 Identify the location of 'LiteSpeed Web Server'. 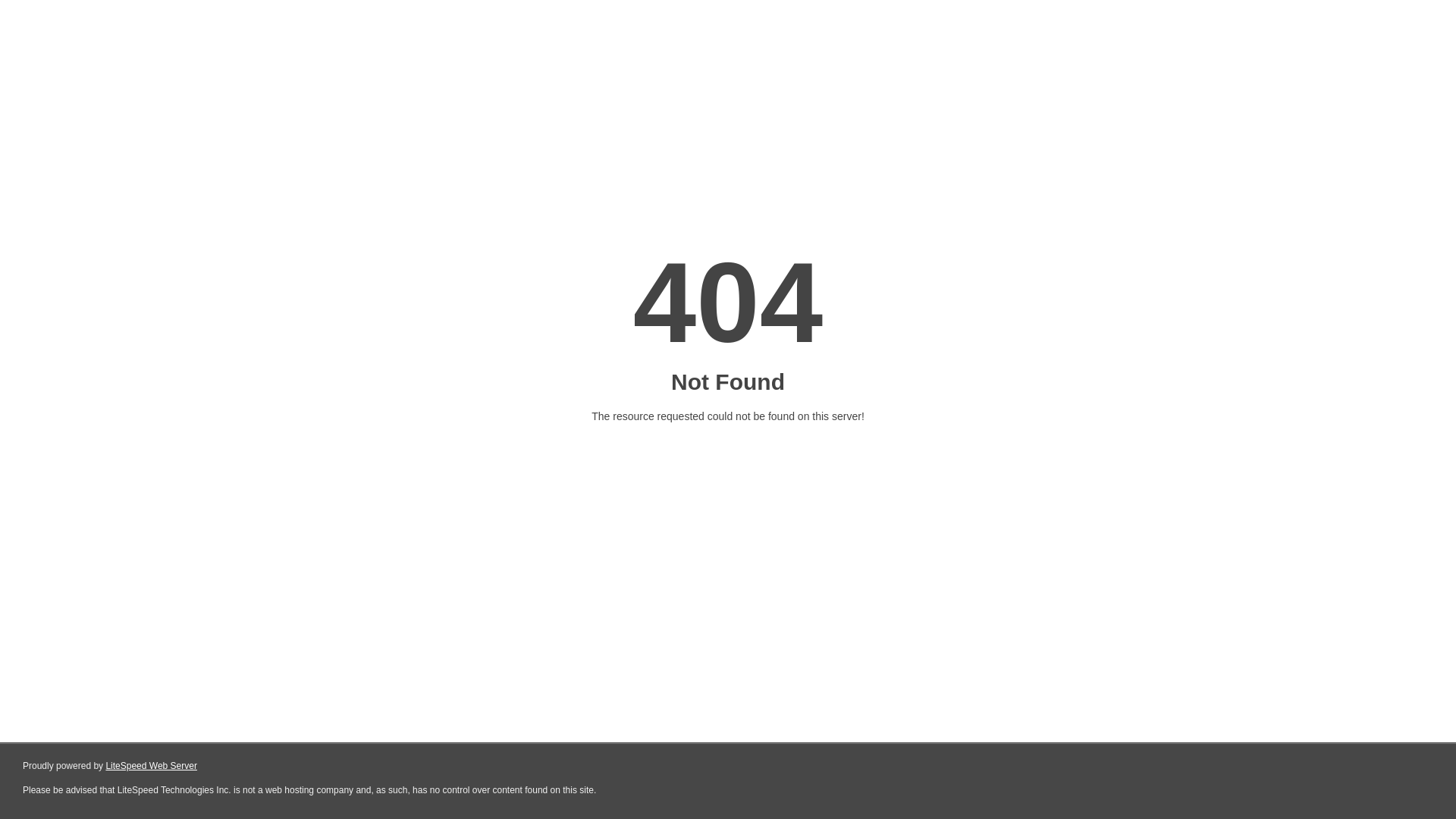
(151, 766).